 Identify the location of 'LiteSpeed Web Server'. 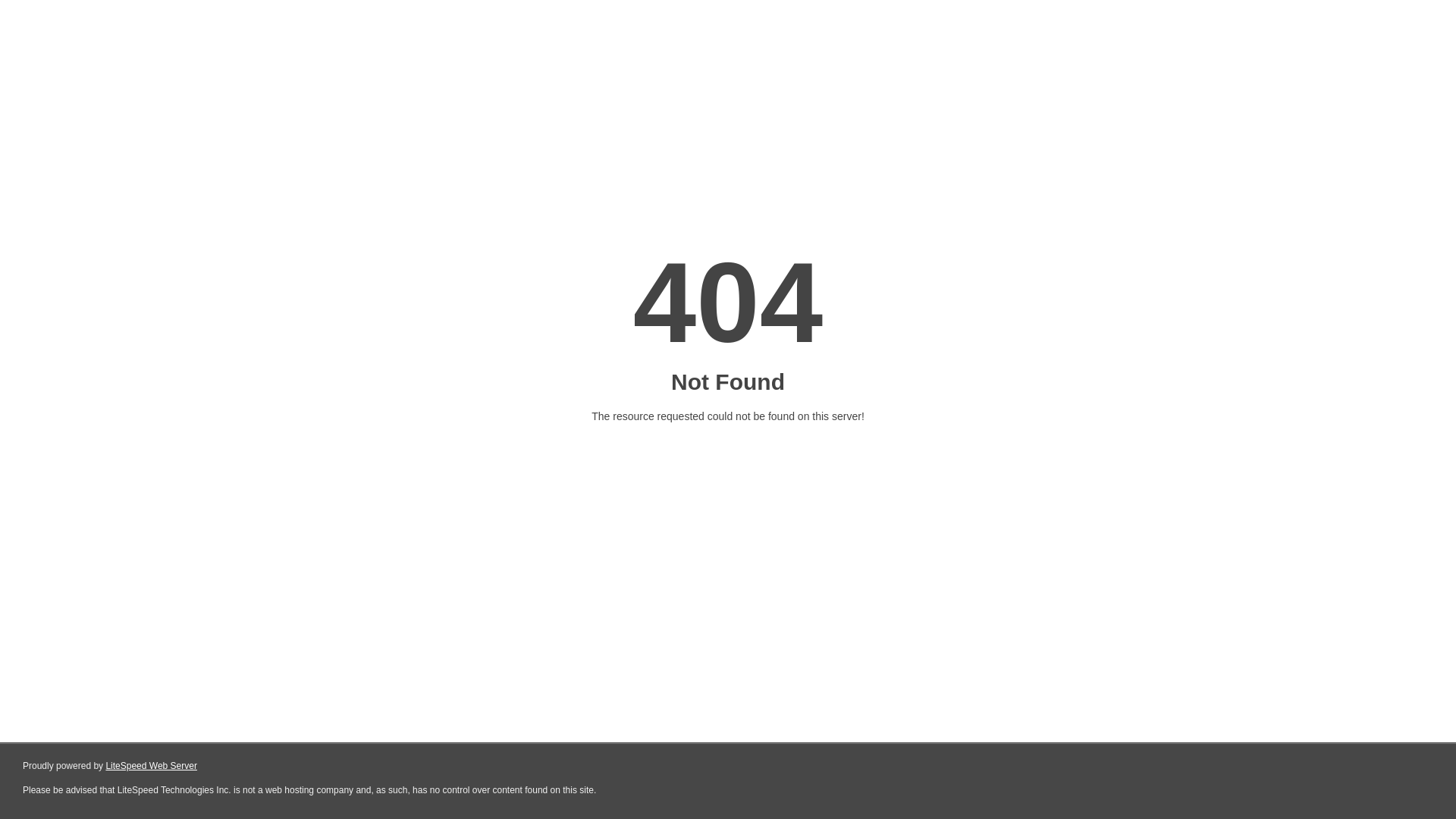
(151, 766).